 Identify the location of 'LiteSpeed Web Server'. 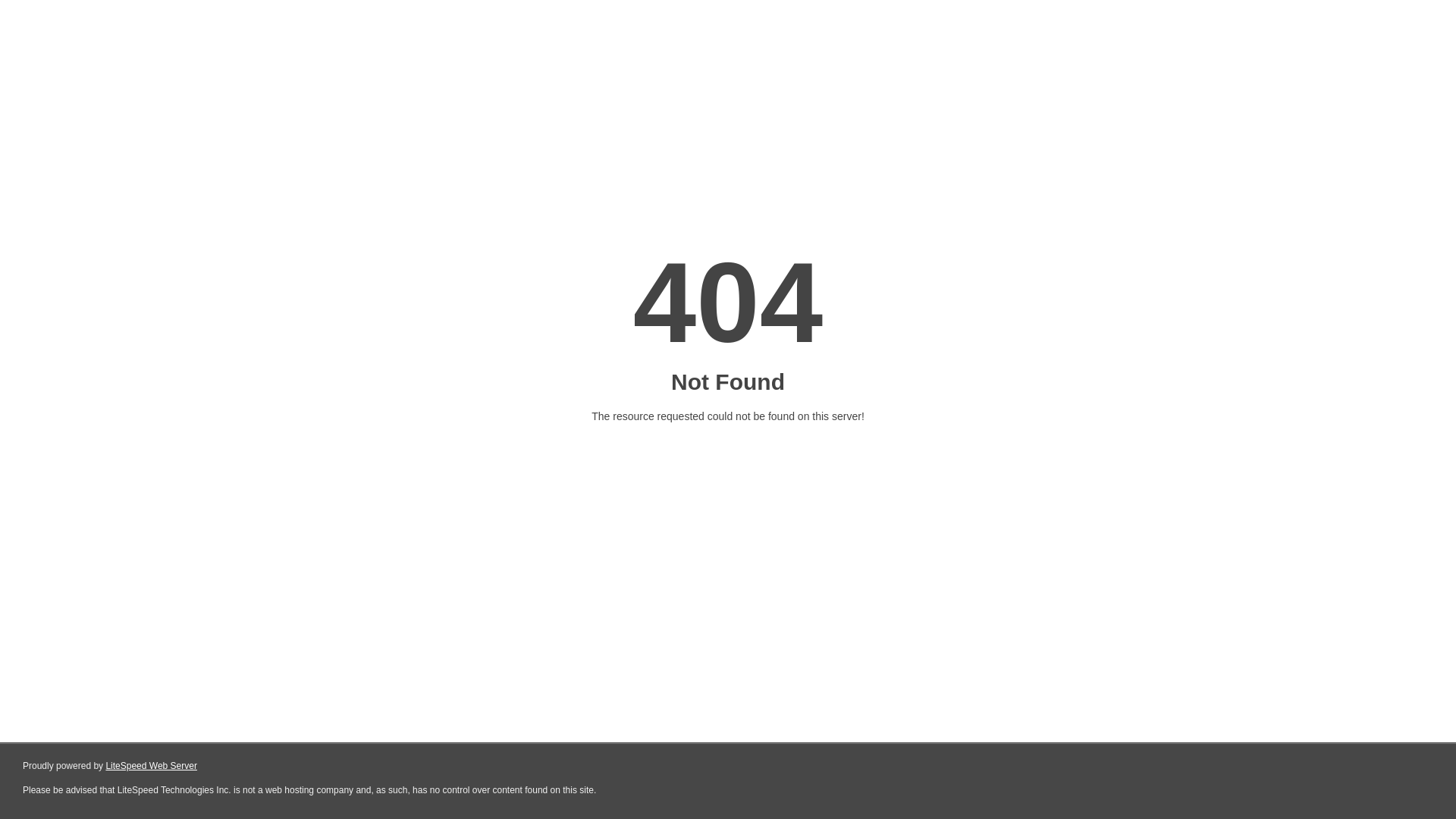
(151, 766).